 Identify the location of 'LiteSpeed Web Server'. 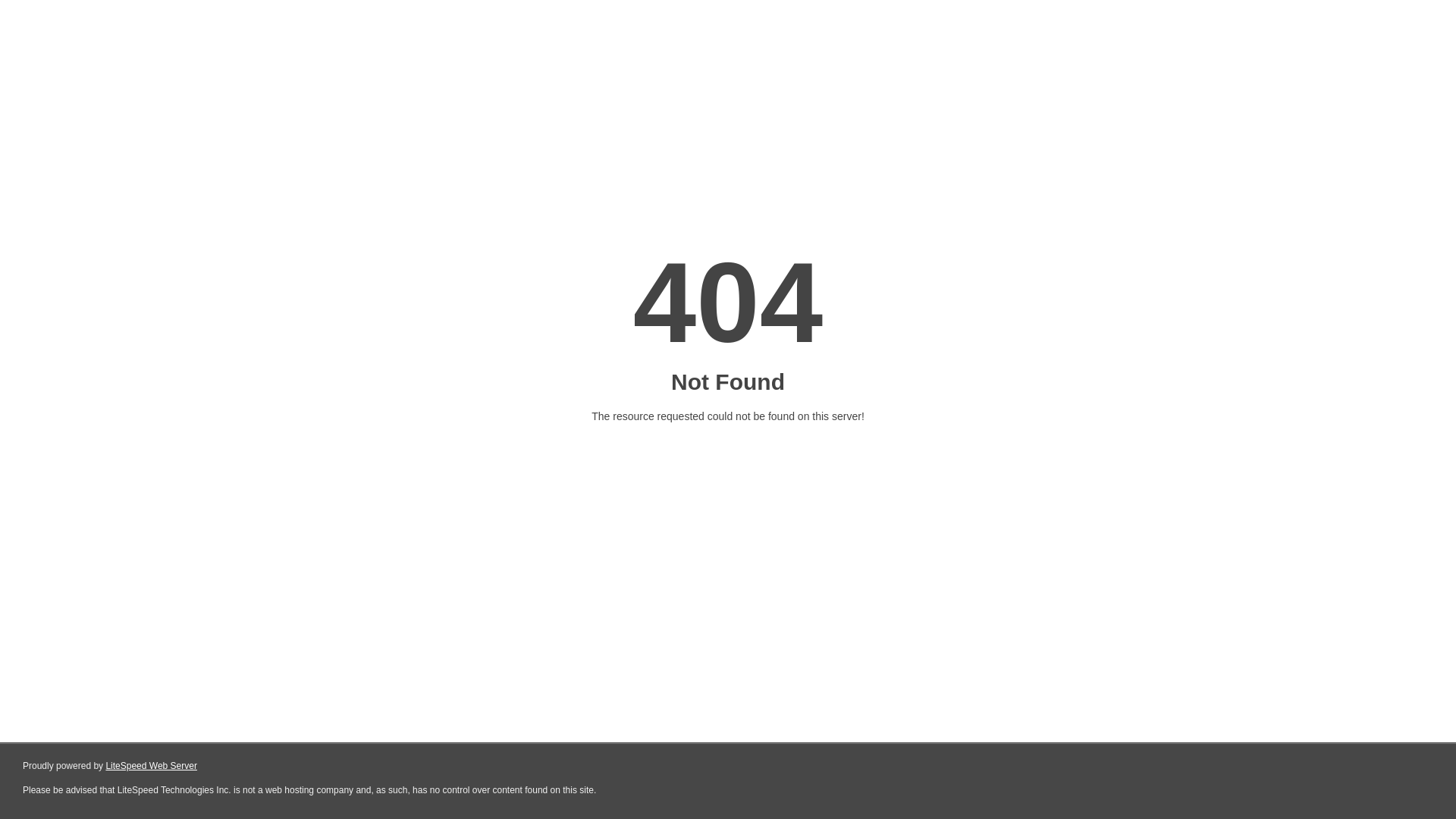
(151, 766).